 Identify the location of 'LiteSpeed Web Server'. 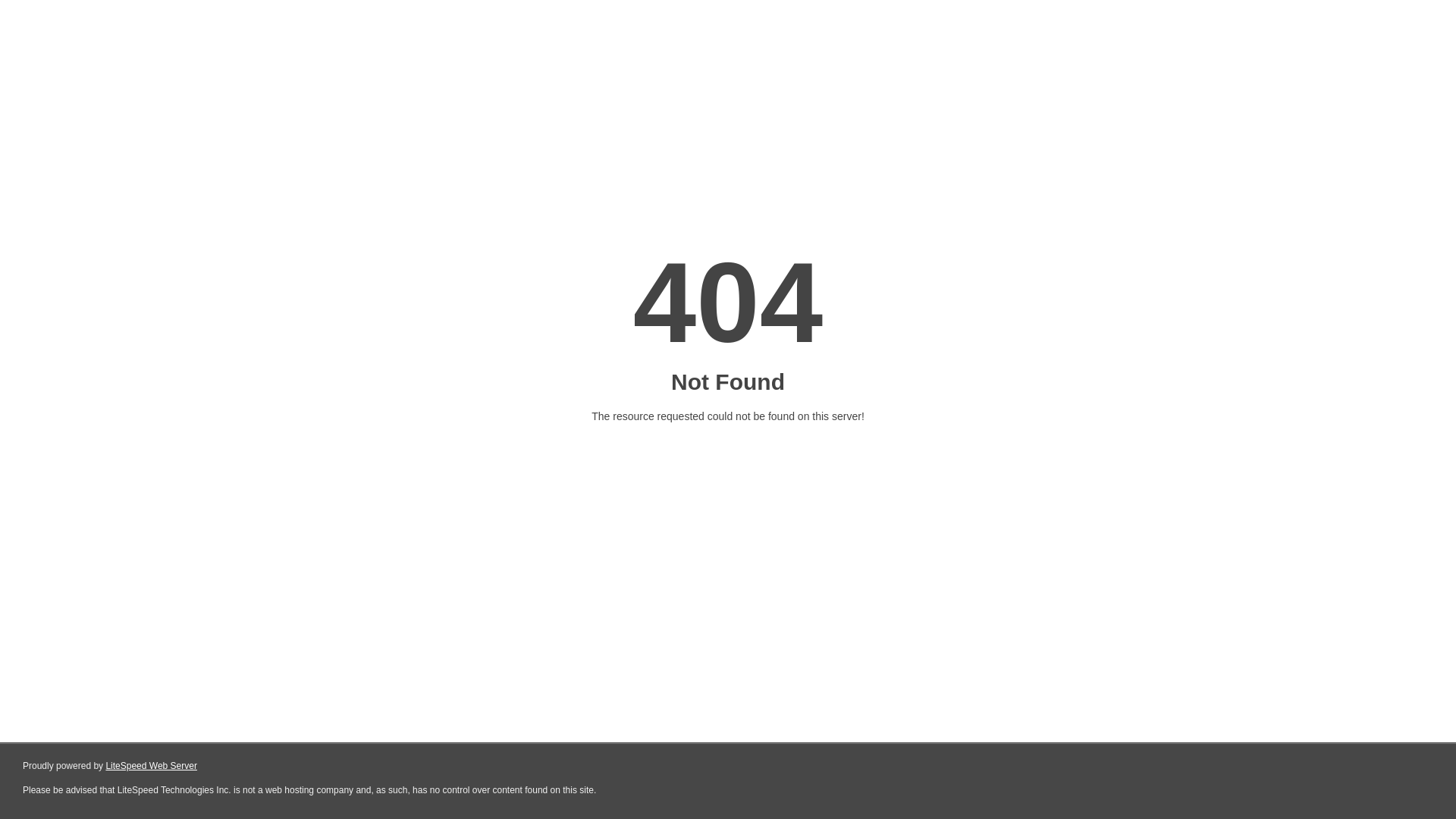
(151, 766).